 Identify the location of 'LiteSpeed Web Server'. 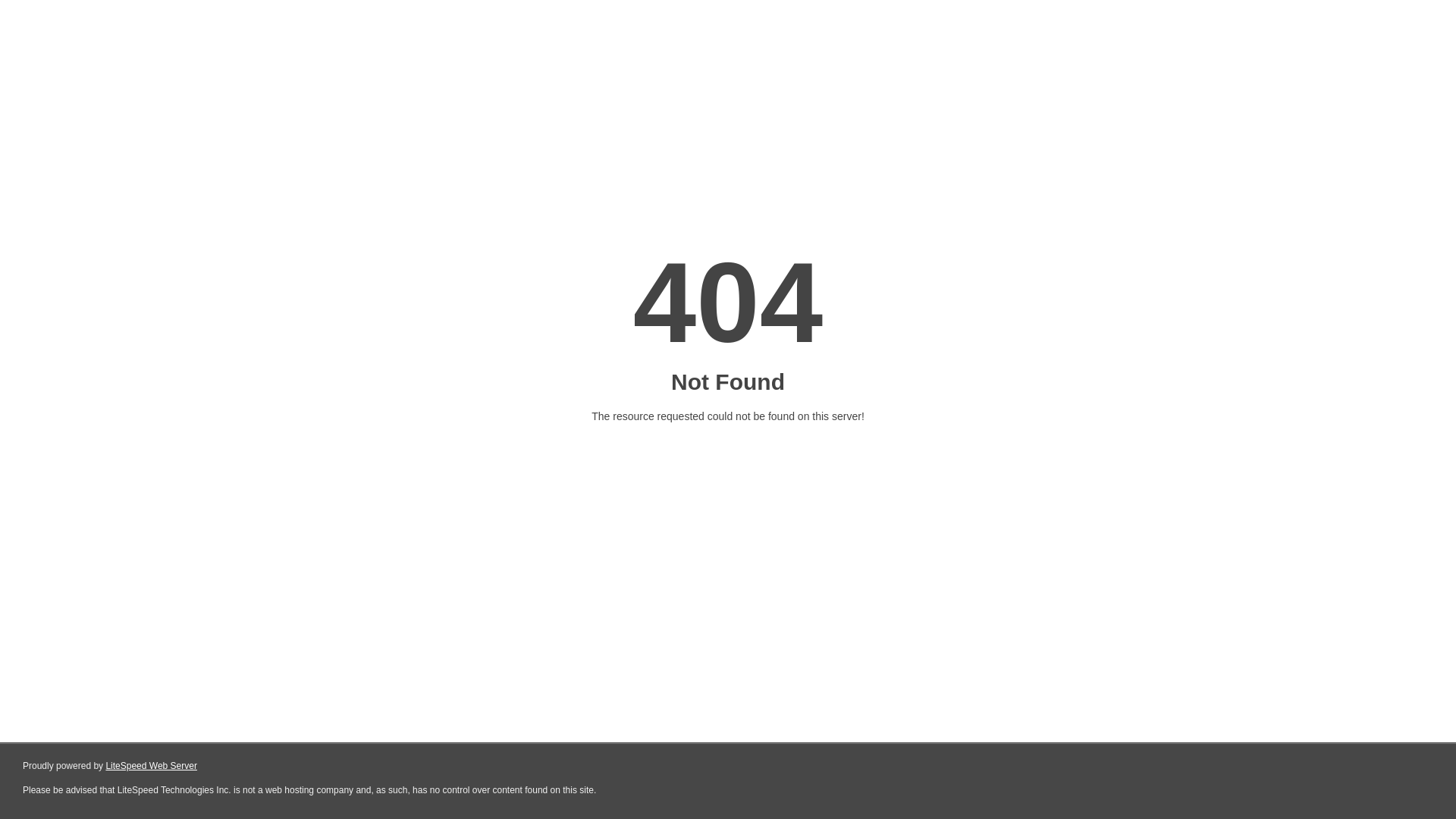
(151, 766).